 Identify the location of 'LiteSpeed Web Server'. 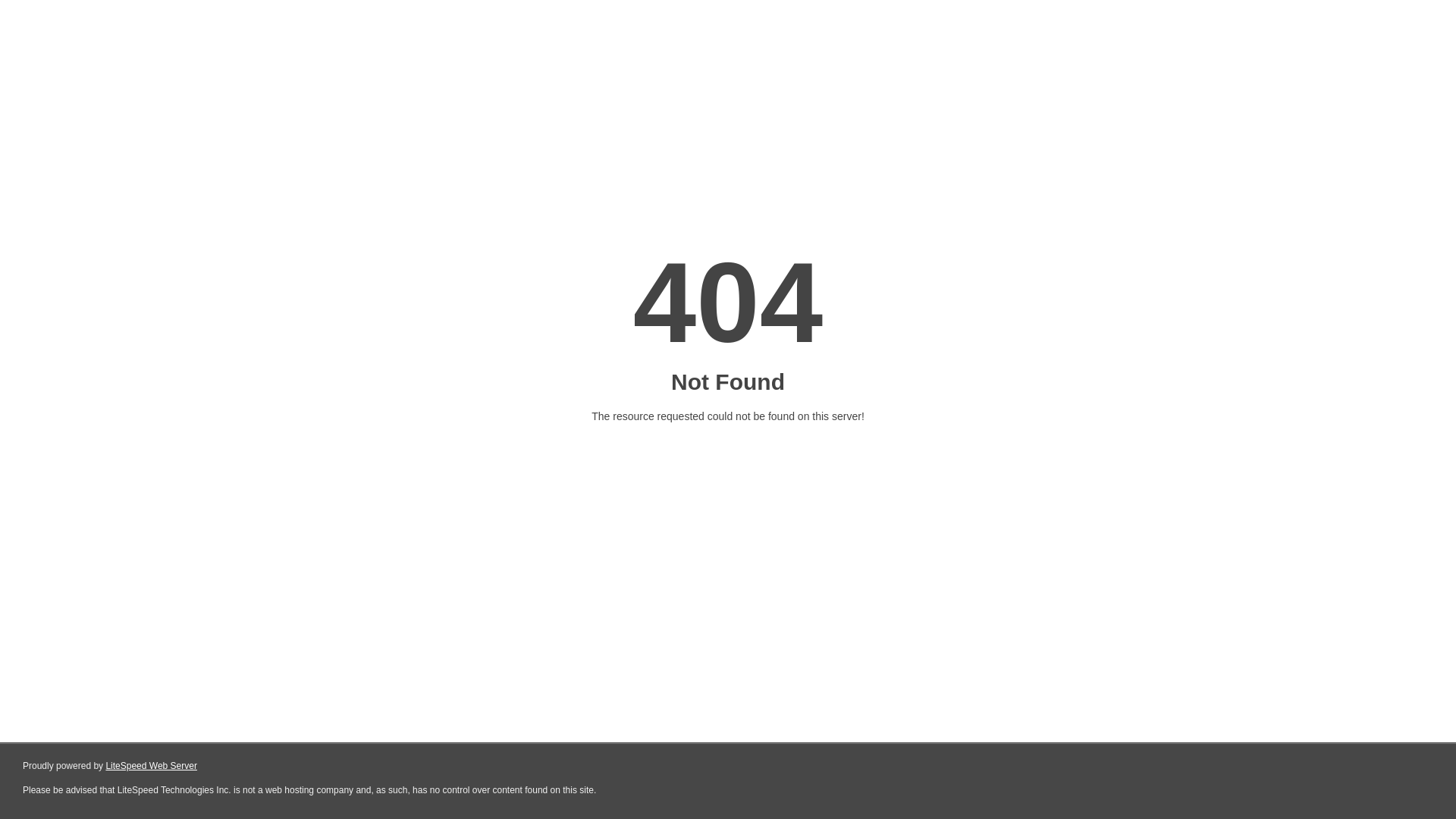
(151, 766).